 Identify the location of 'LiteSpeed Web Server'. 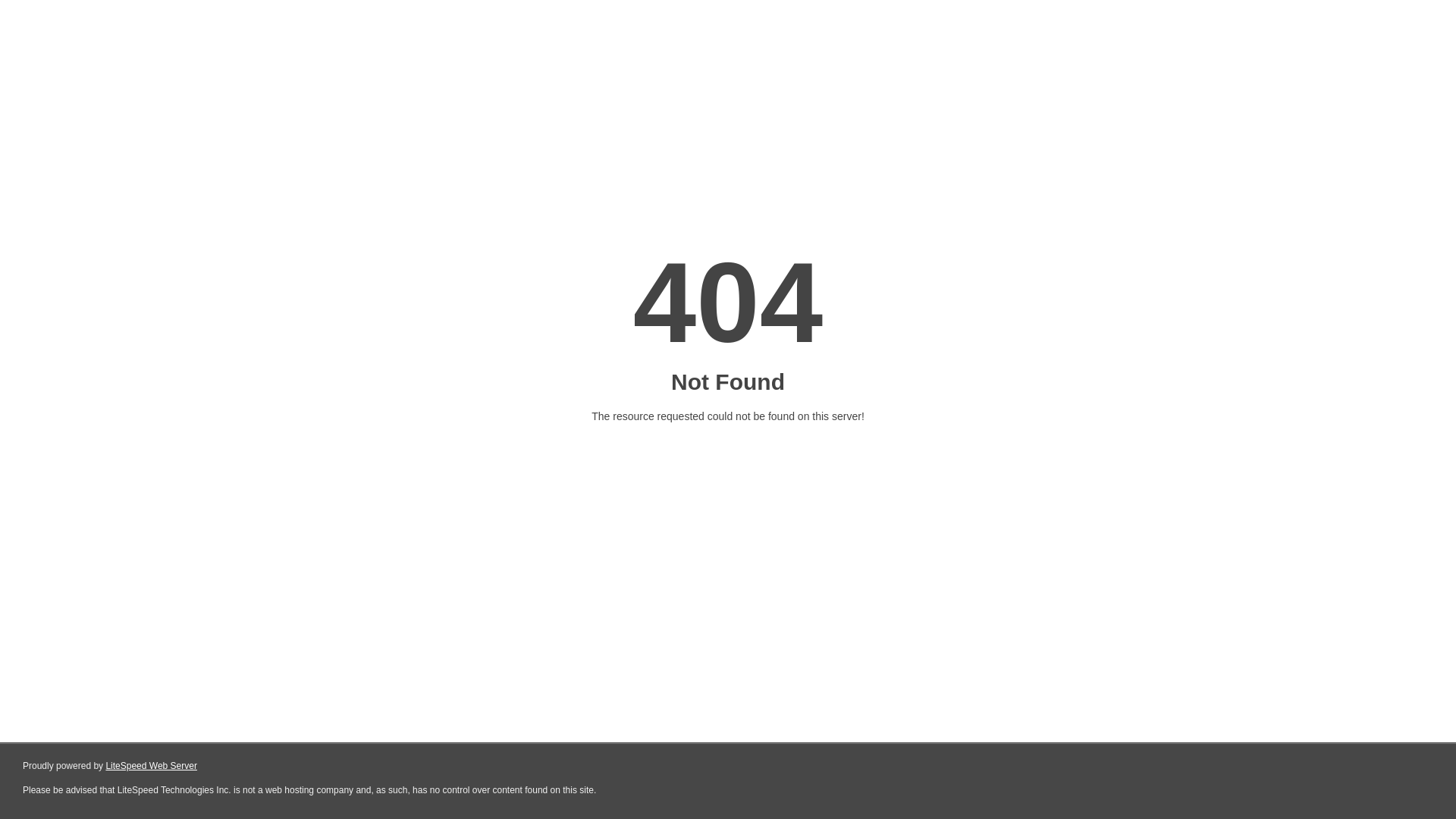
(151, 766).